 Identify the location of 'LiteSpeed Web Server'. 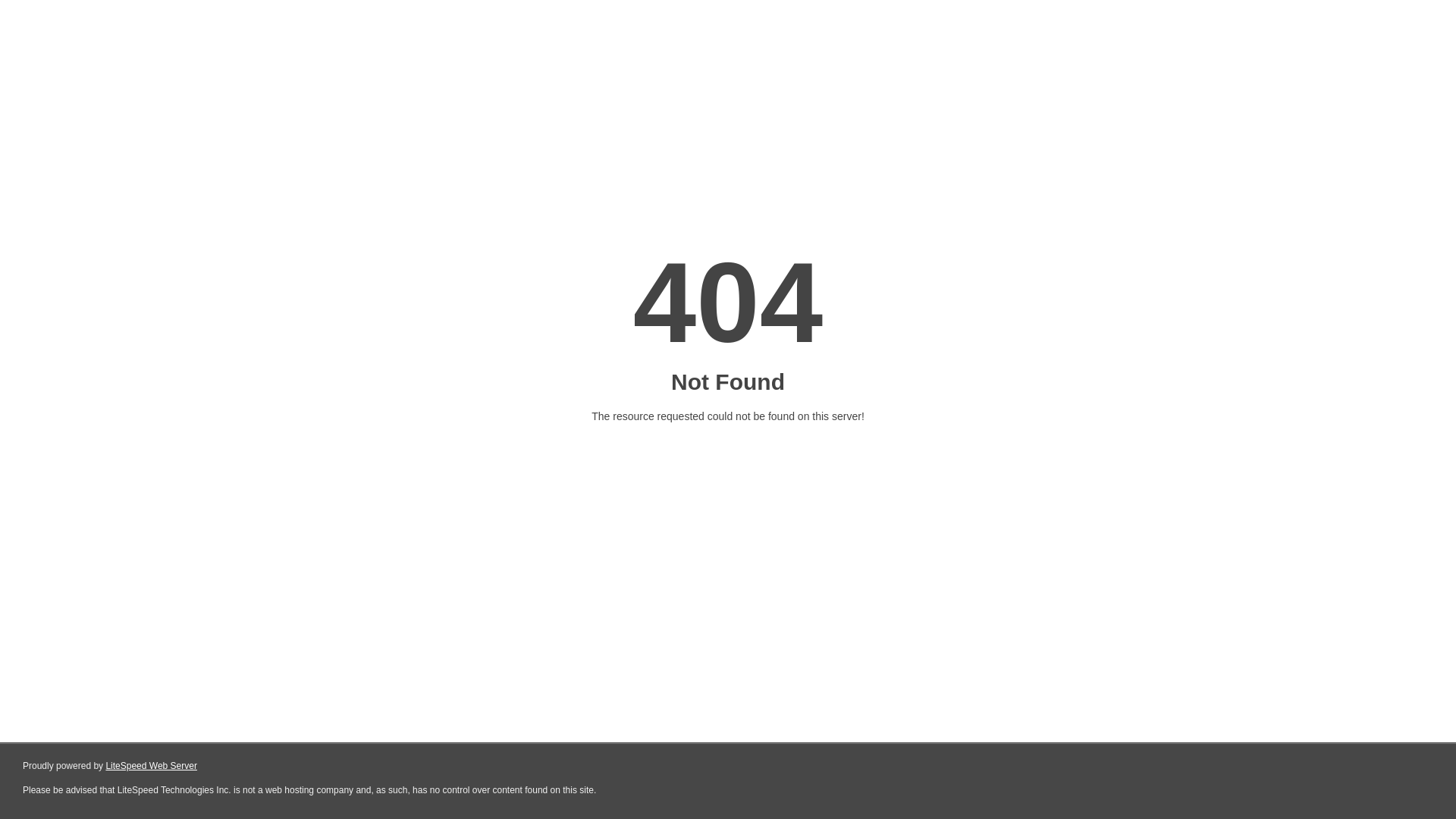
(151, 766).